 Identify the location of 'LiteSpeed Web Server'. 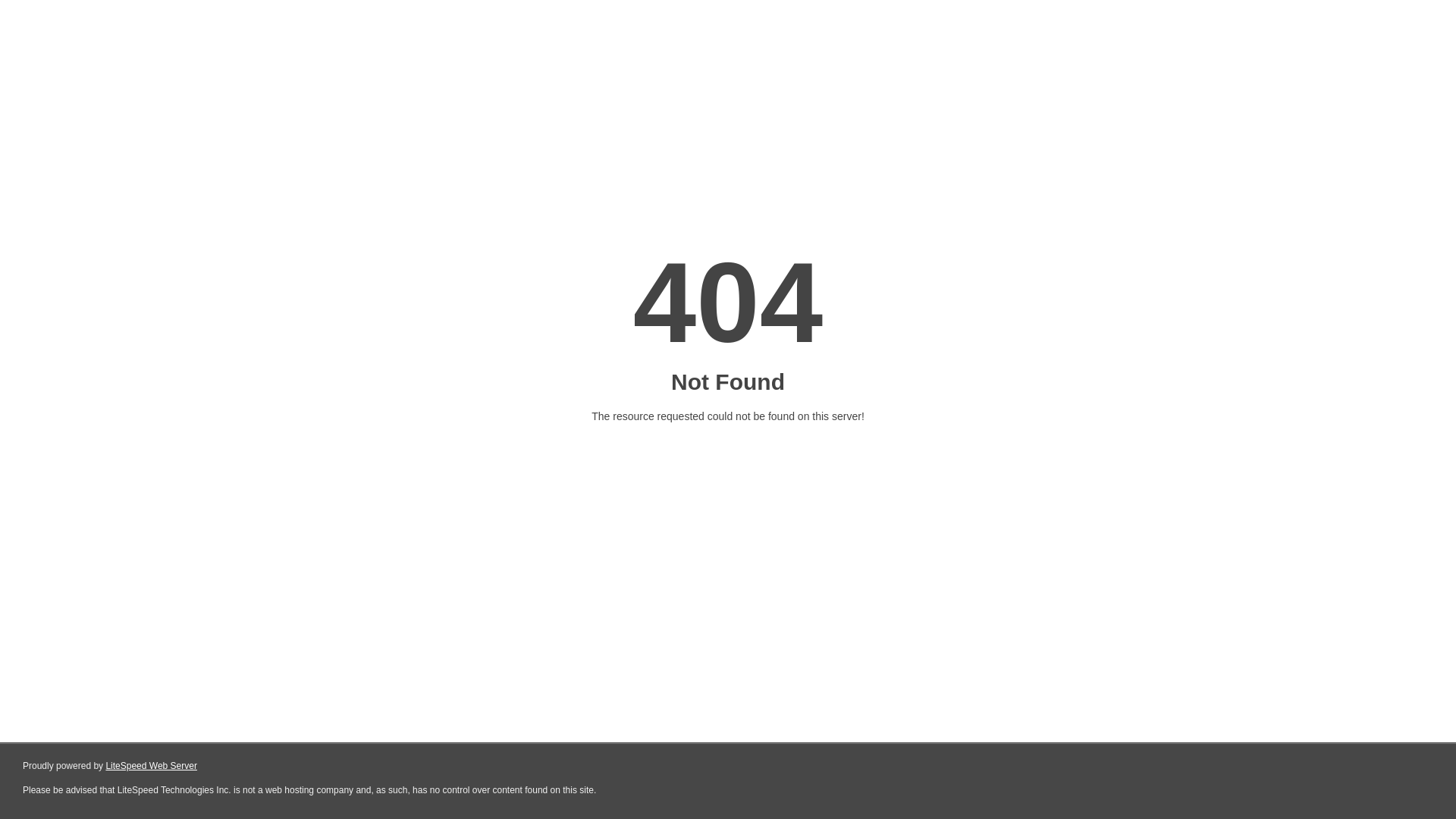
(151, 766).